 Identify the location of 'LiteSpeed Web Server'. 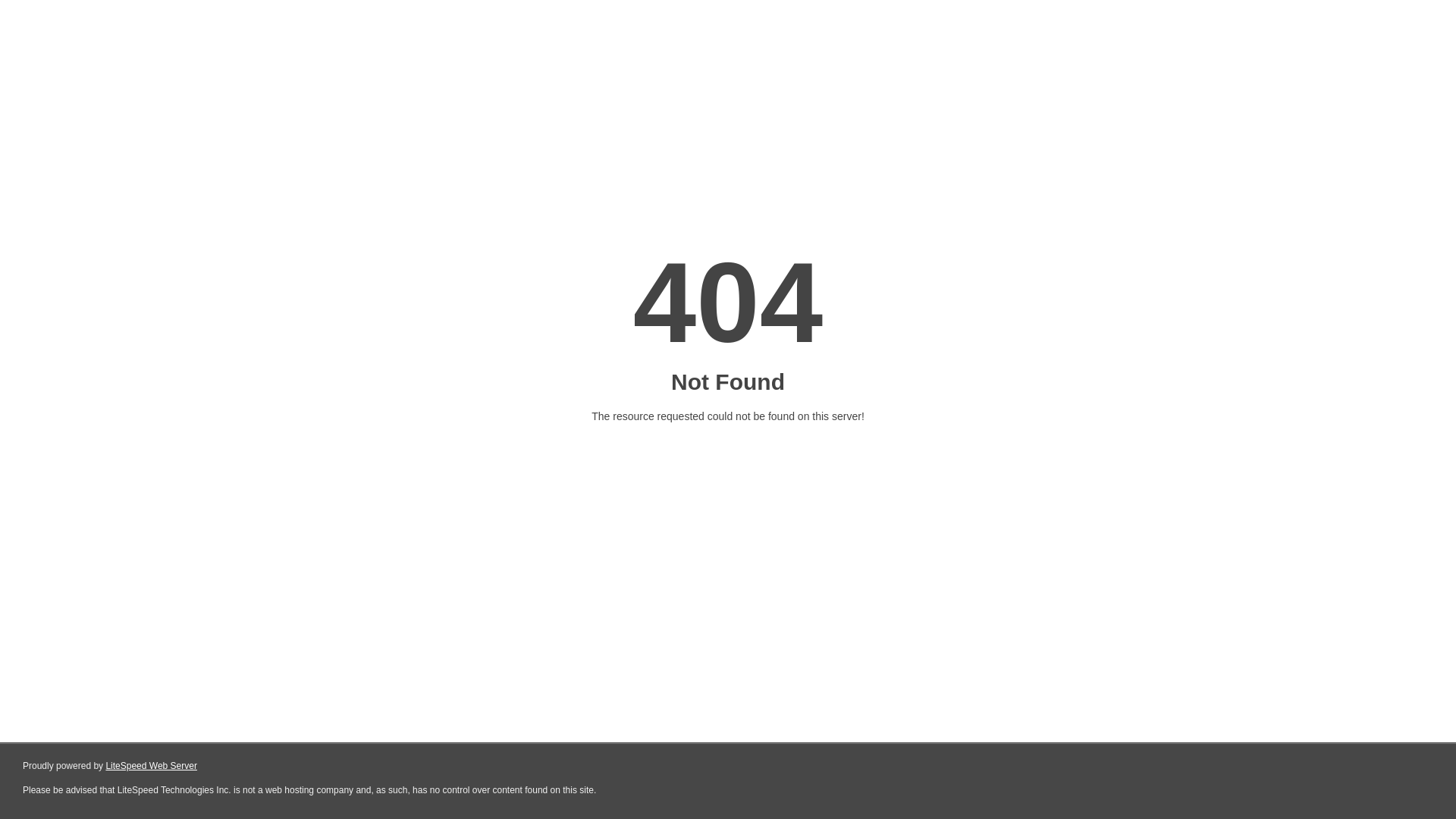
(151, 766).